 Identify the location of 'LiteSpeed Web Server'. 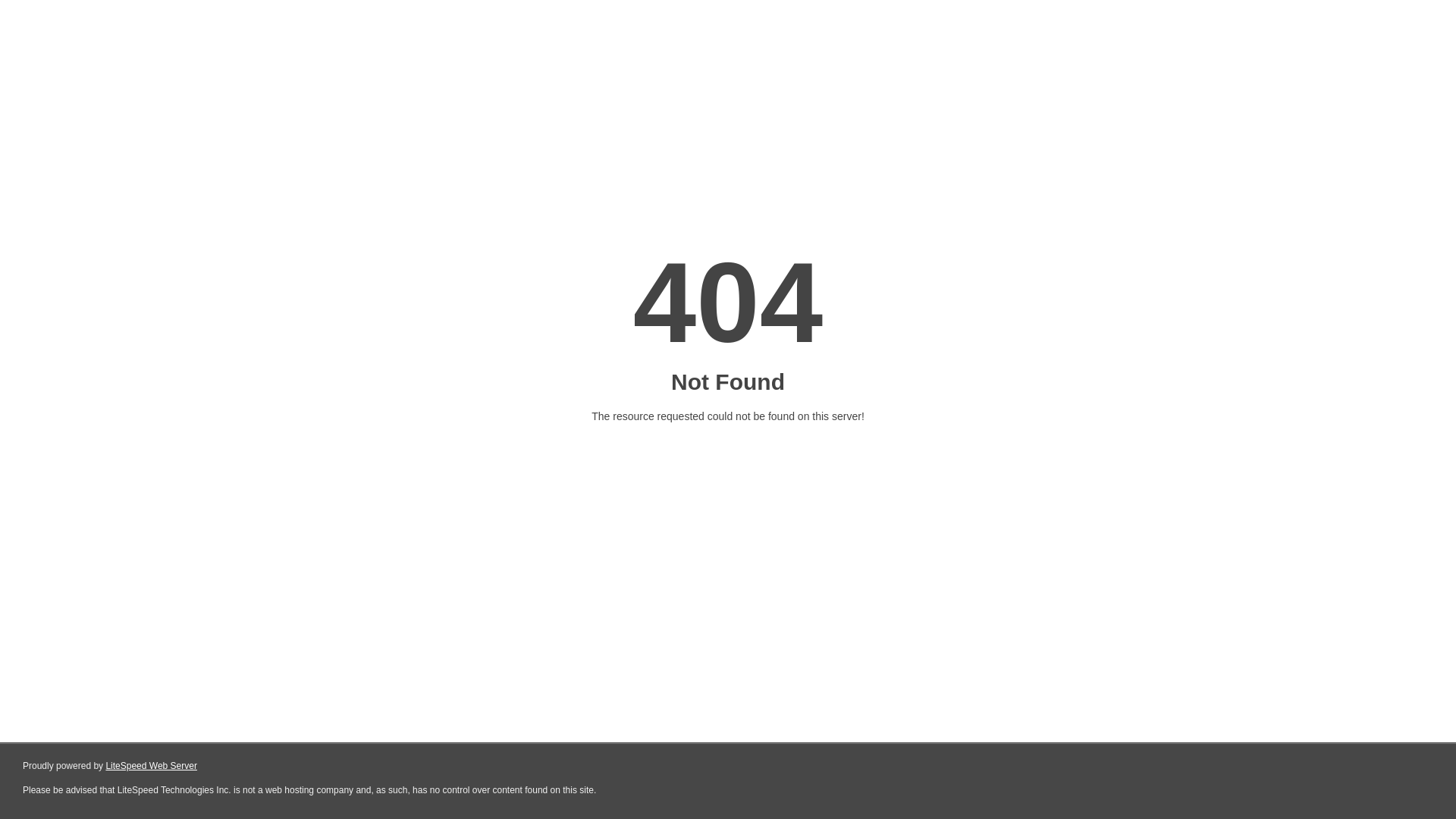
(151, 766).